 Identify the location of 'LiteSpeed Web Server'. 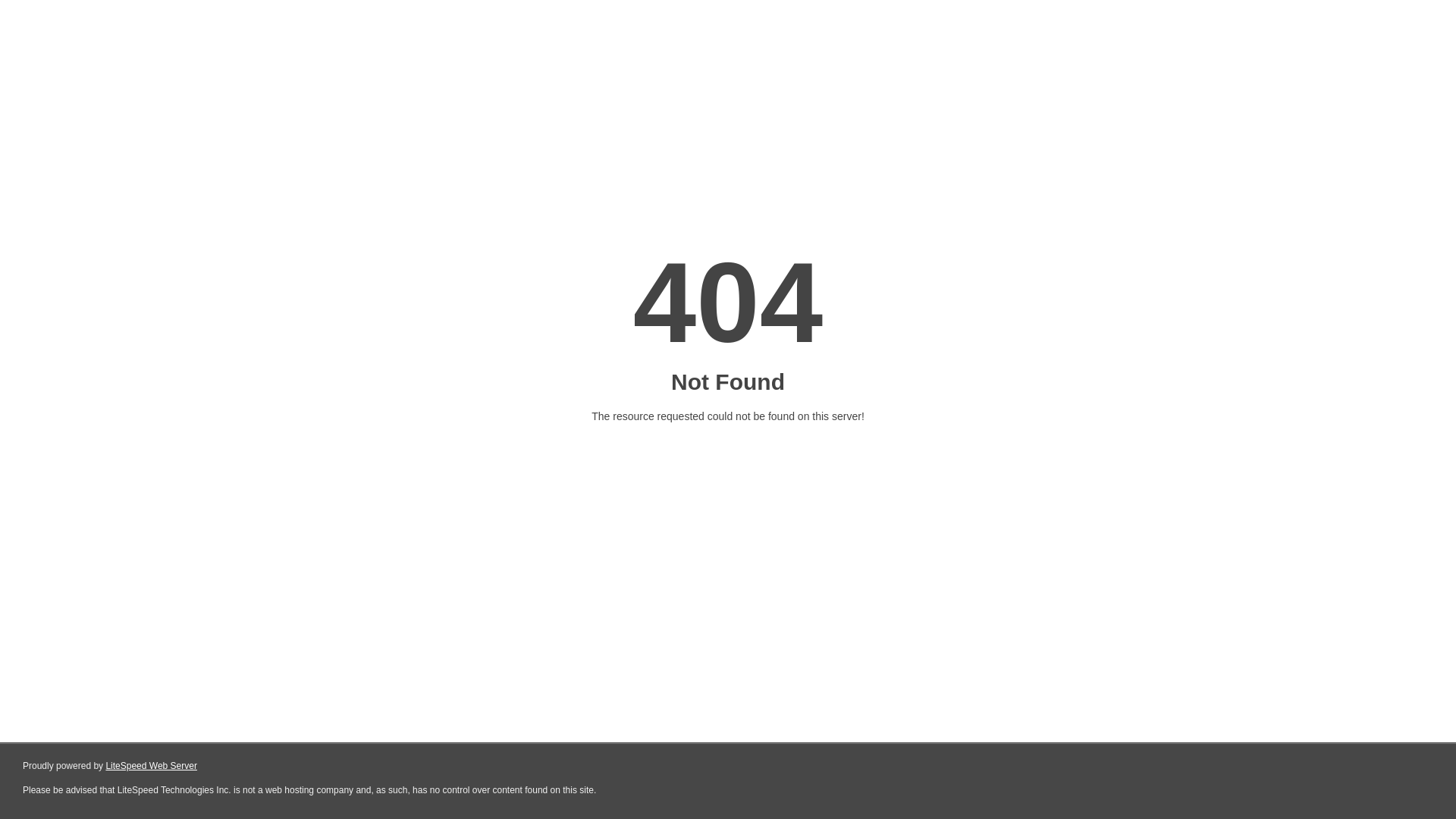
(151, 766).